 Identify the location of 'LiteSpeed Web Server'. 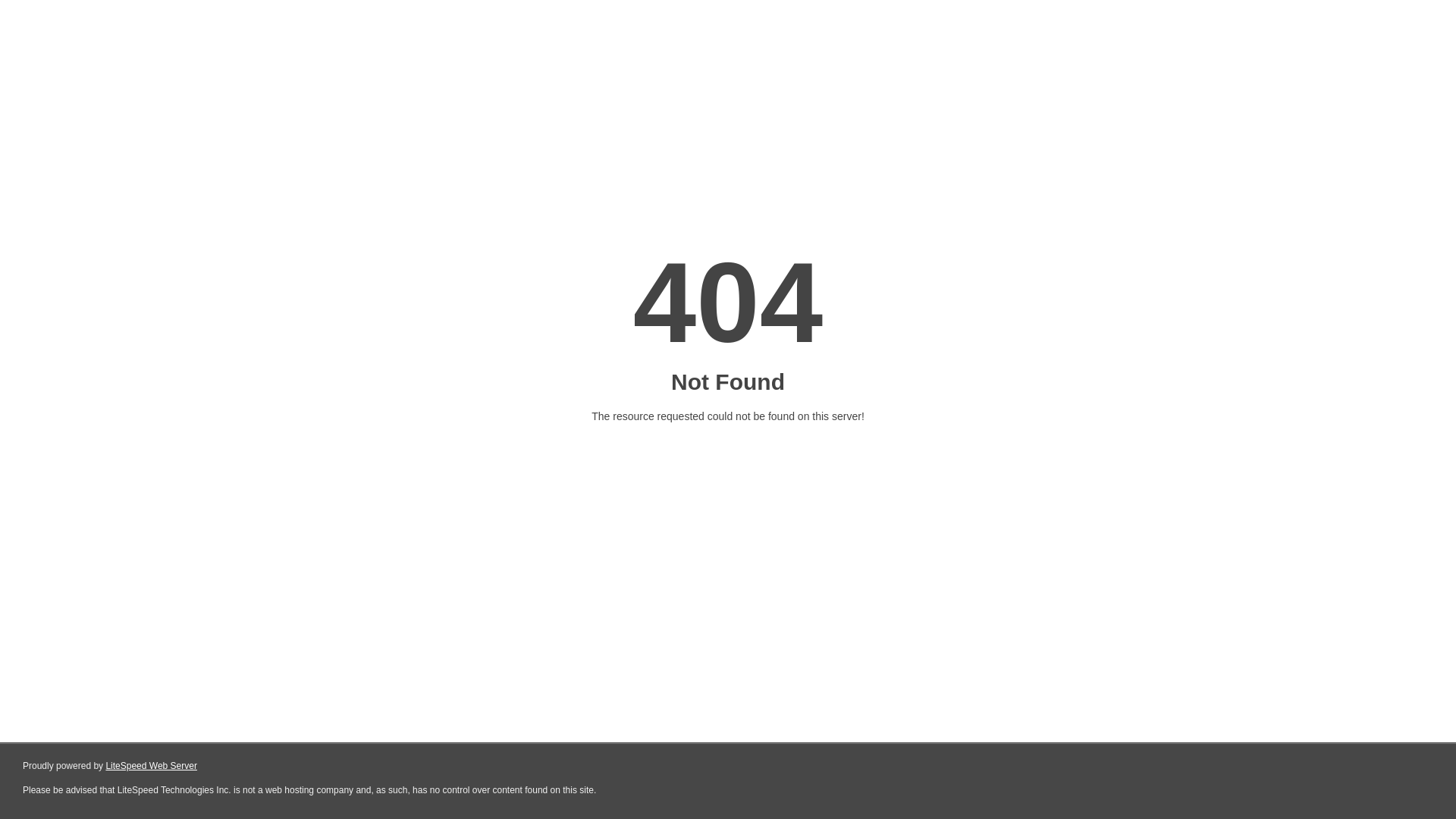
(151, 766).